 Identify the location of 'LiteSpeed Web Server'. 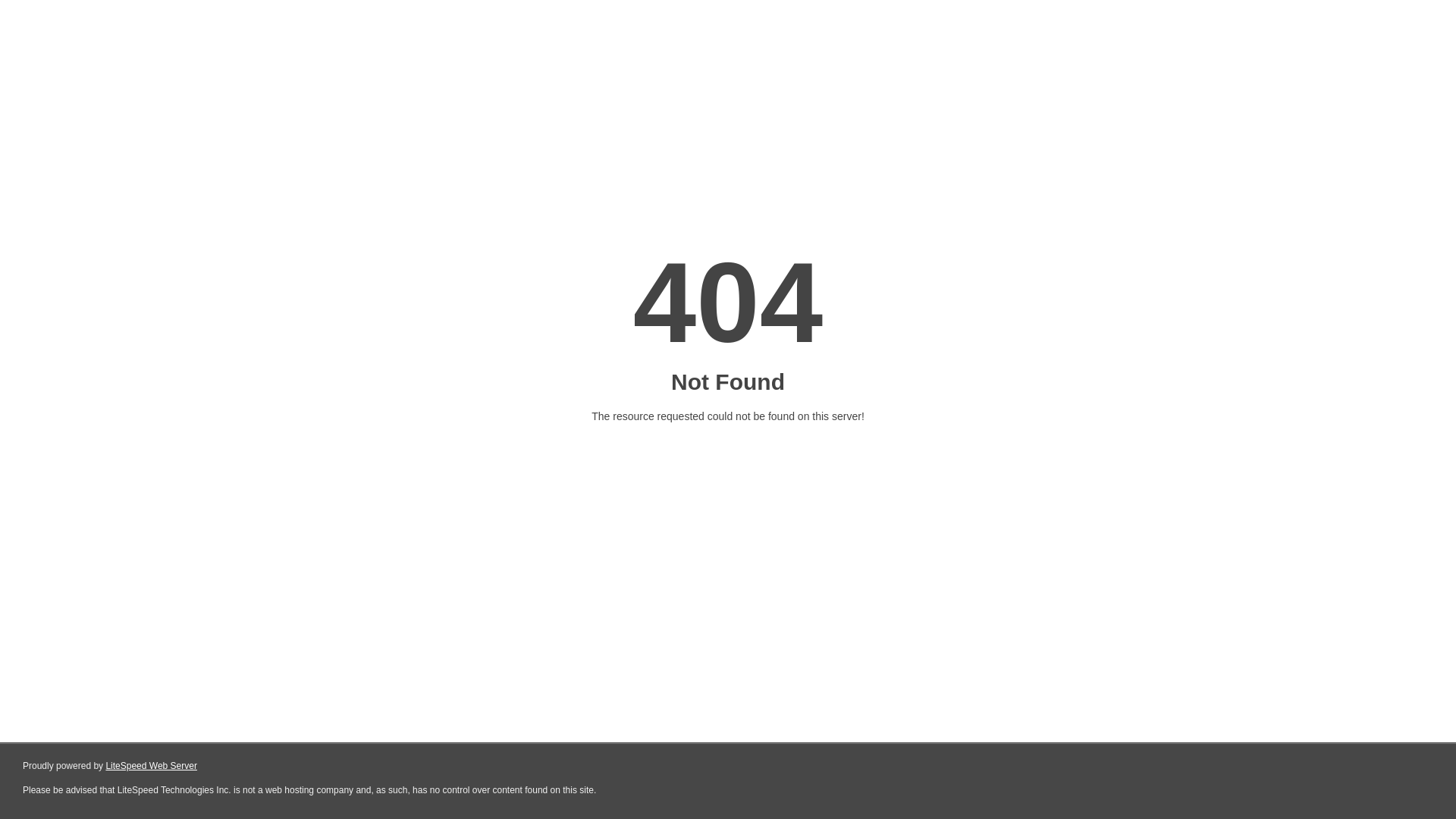
(151, 766).